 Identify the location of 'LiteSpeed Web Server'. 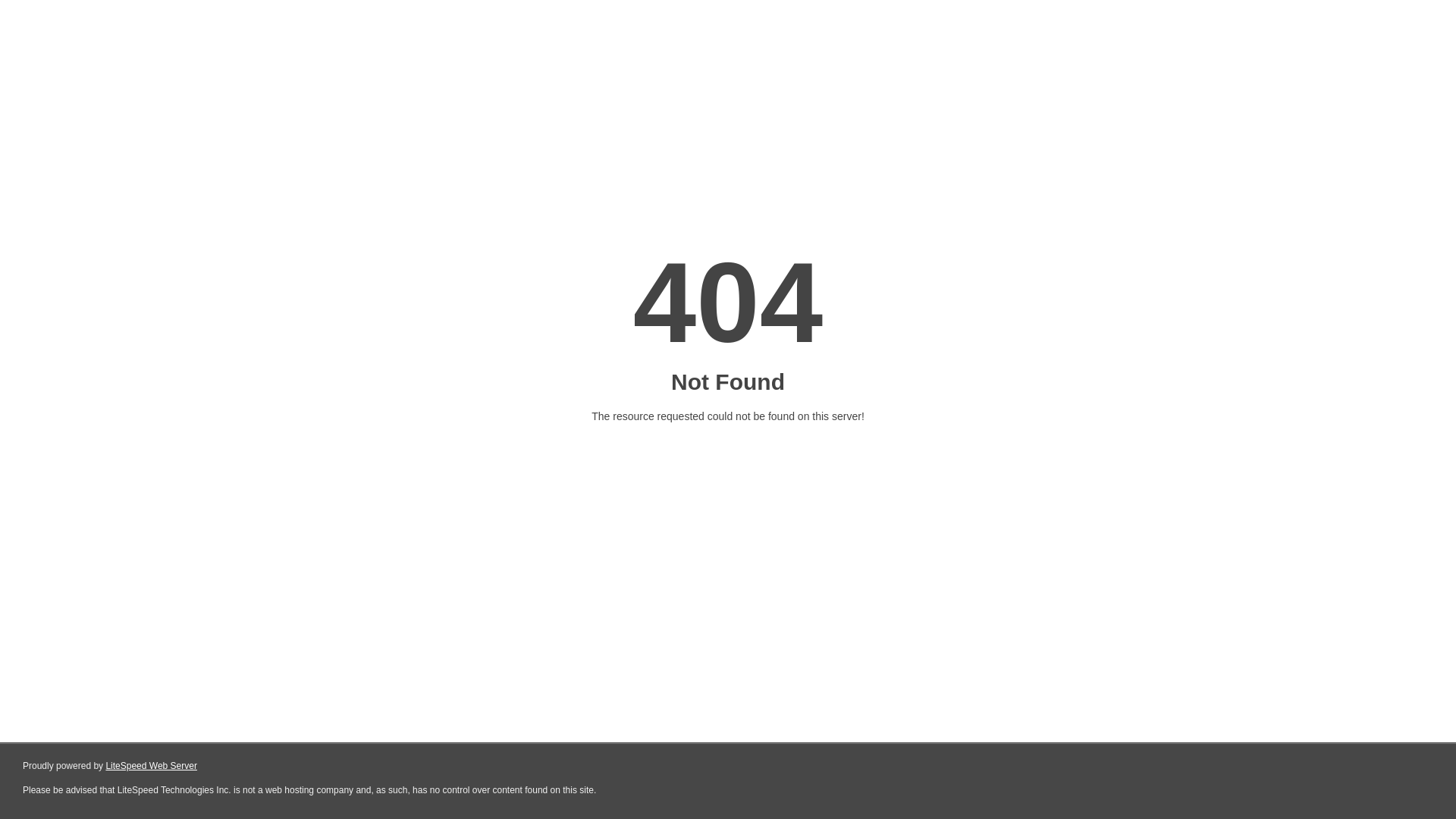
(151, 766).